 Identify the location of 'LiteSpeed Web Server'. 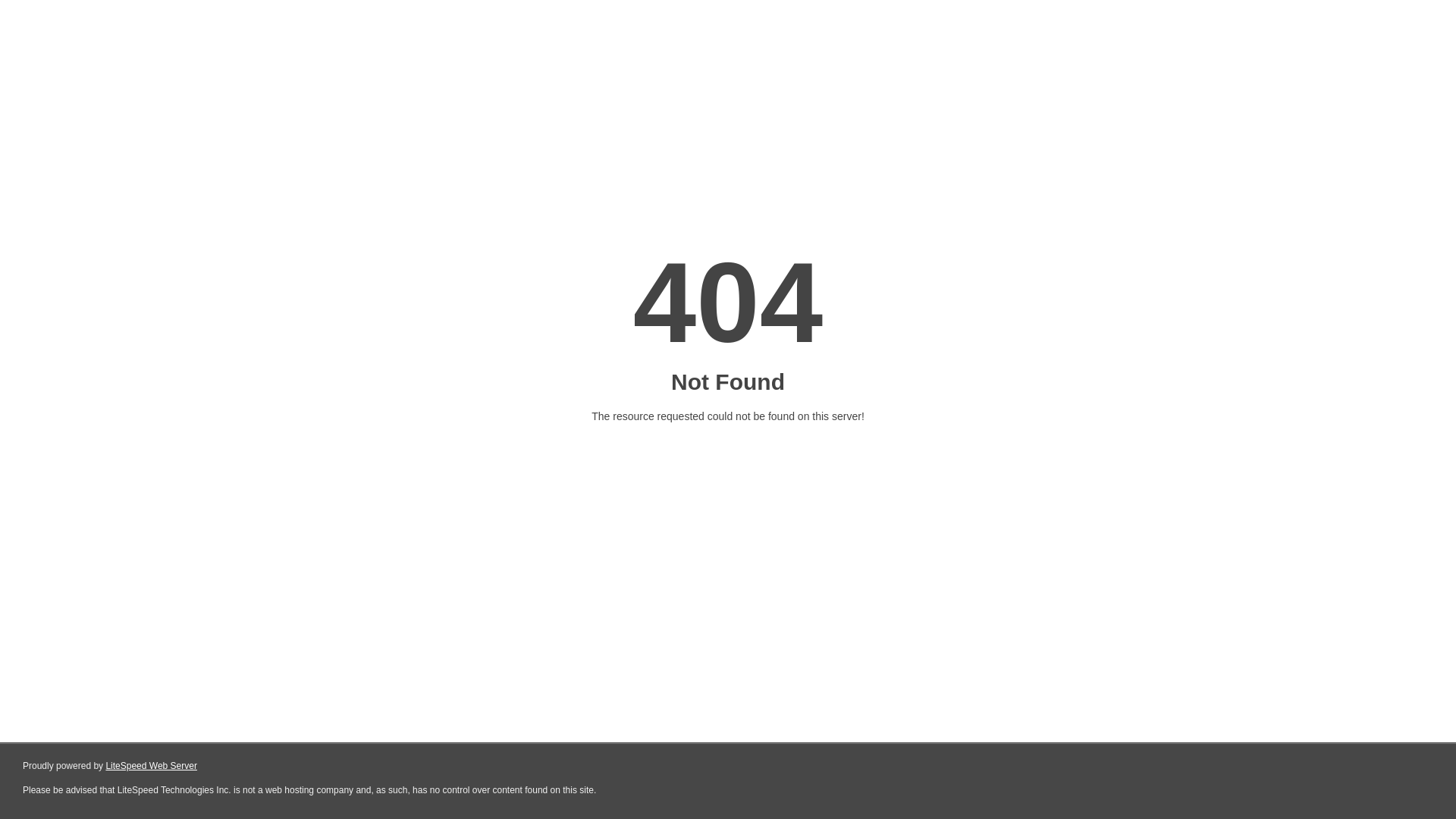
(151, 766).